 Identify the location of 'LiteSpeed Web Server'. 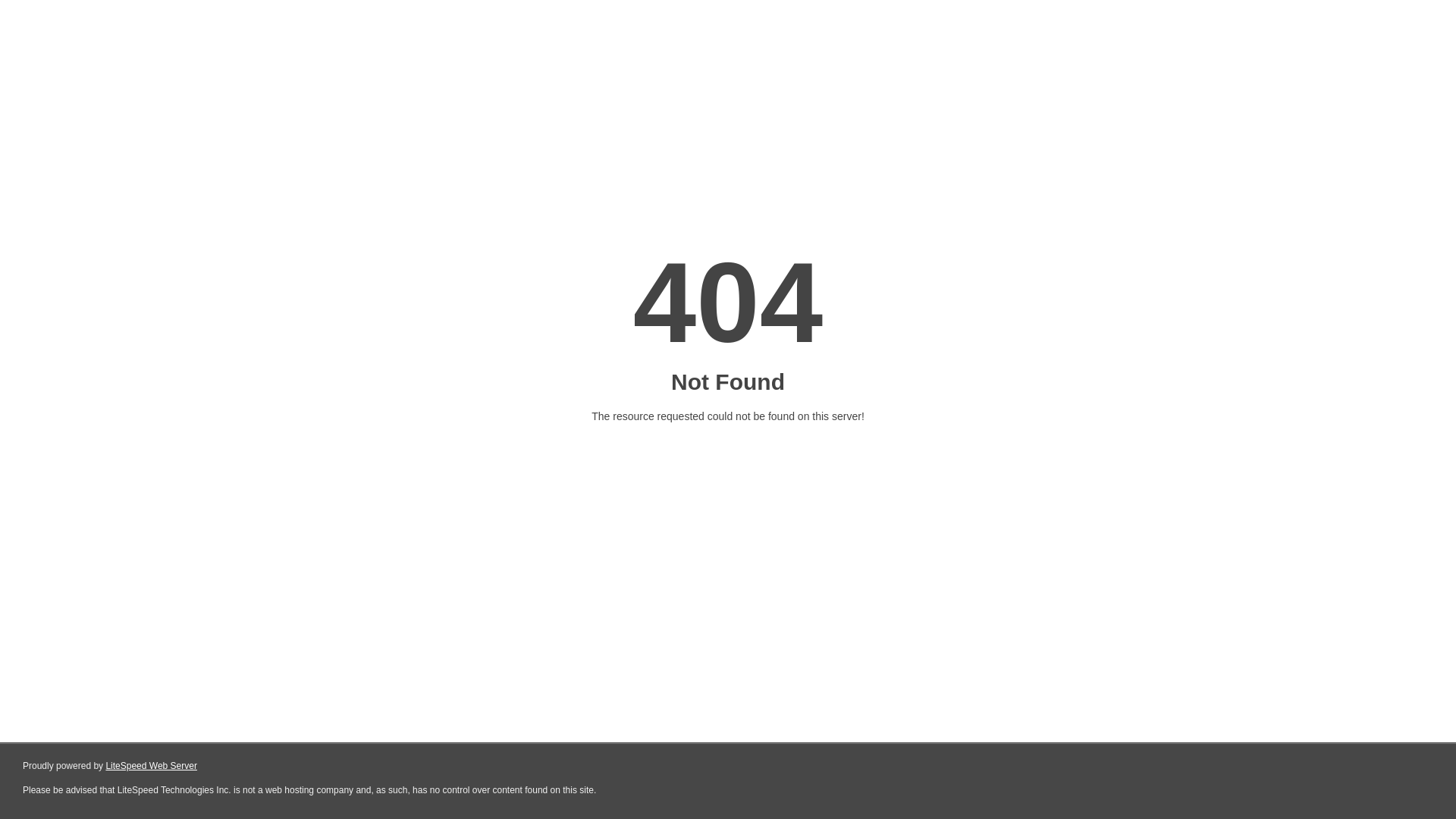
(151, 766).